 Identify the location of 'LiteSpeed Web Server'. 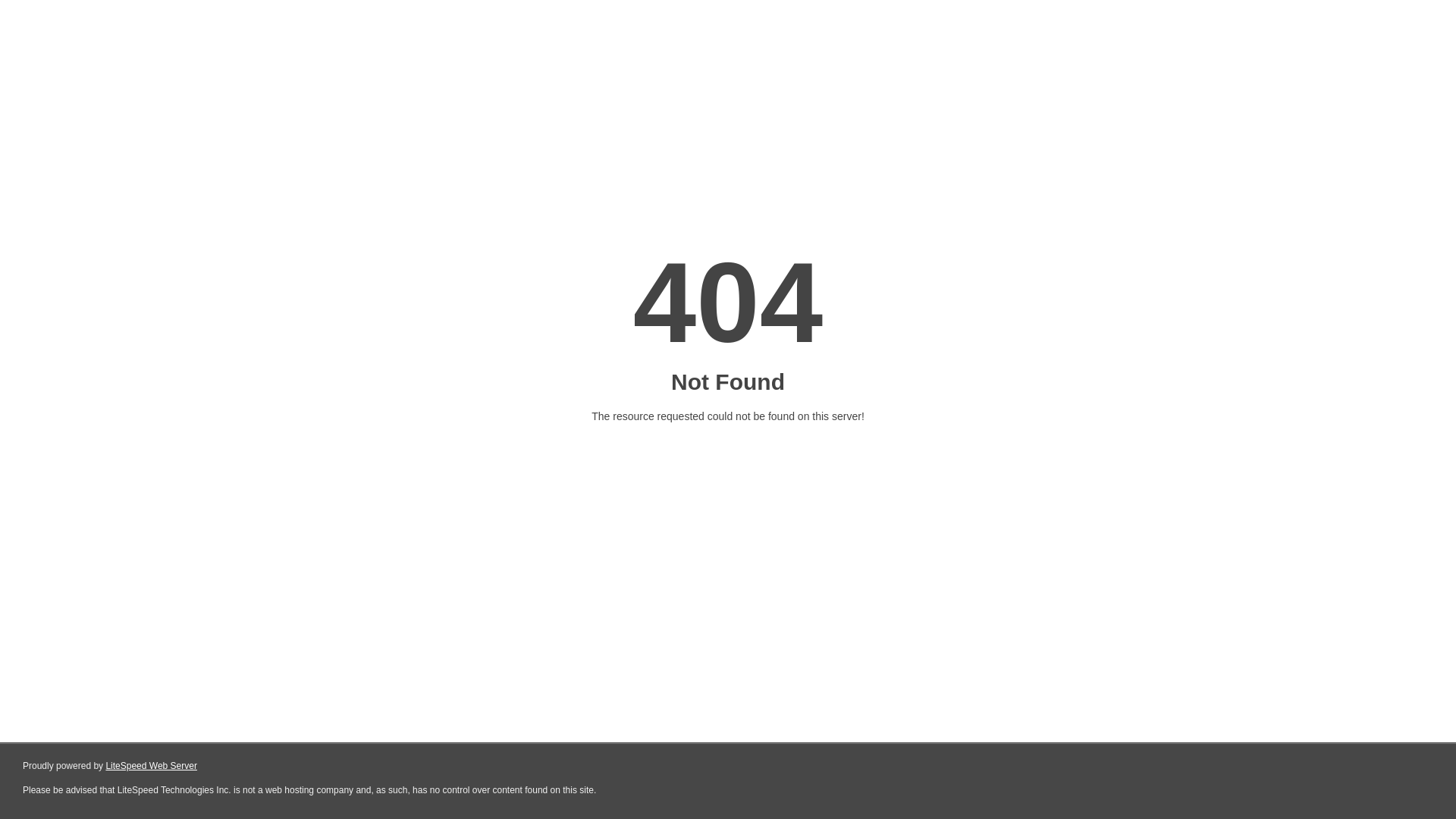
(151, 766).